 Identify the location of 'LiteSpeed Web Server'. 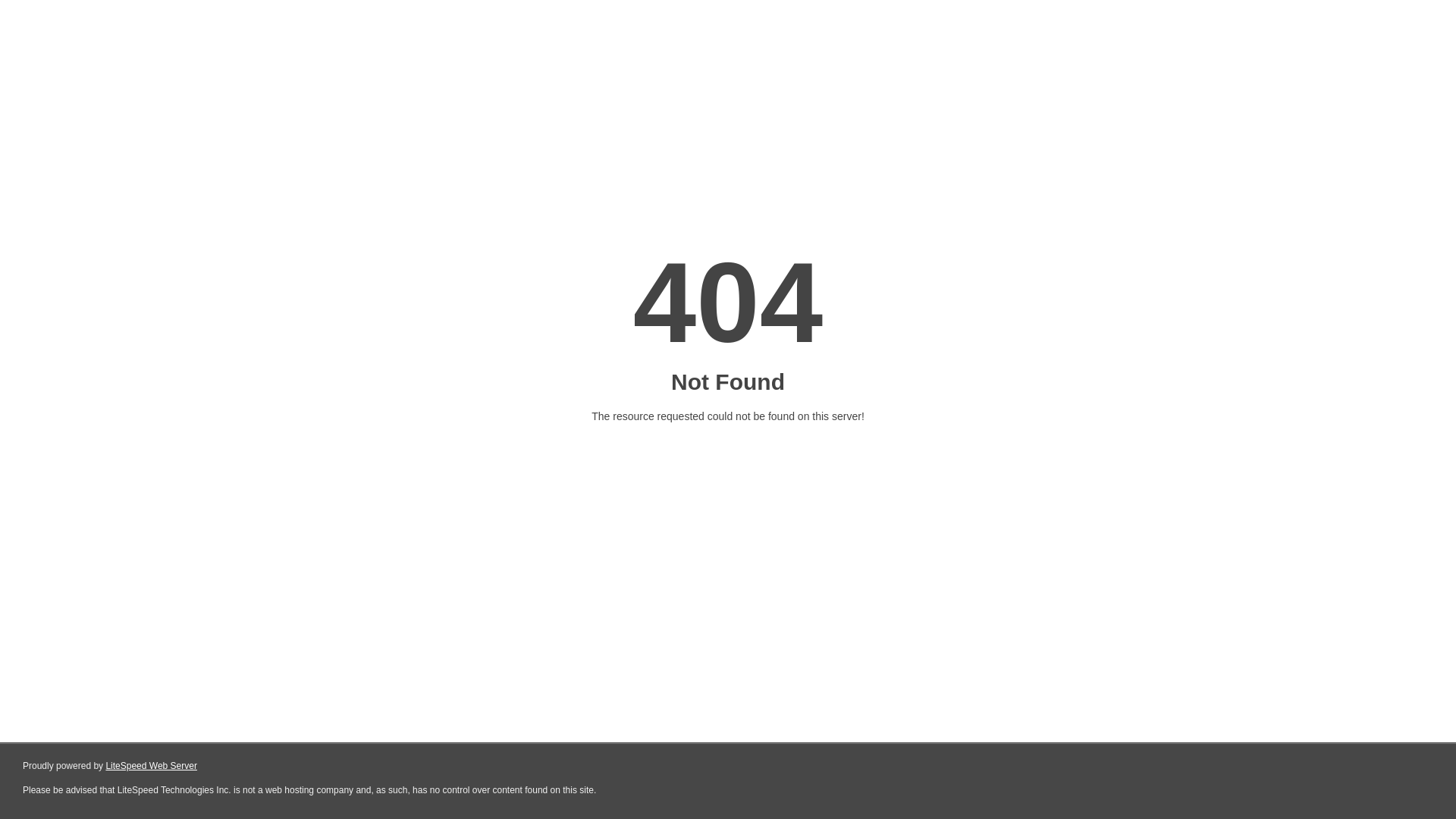
(151, 766).